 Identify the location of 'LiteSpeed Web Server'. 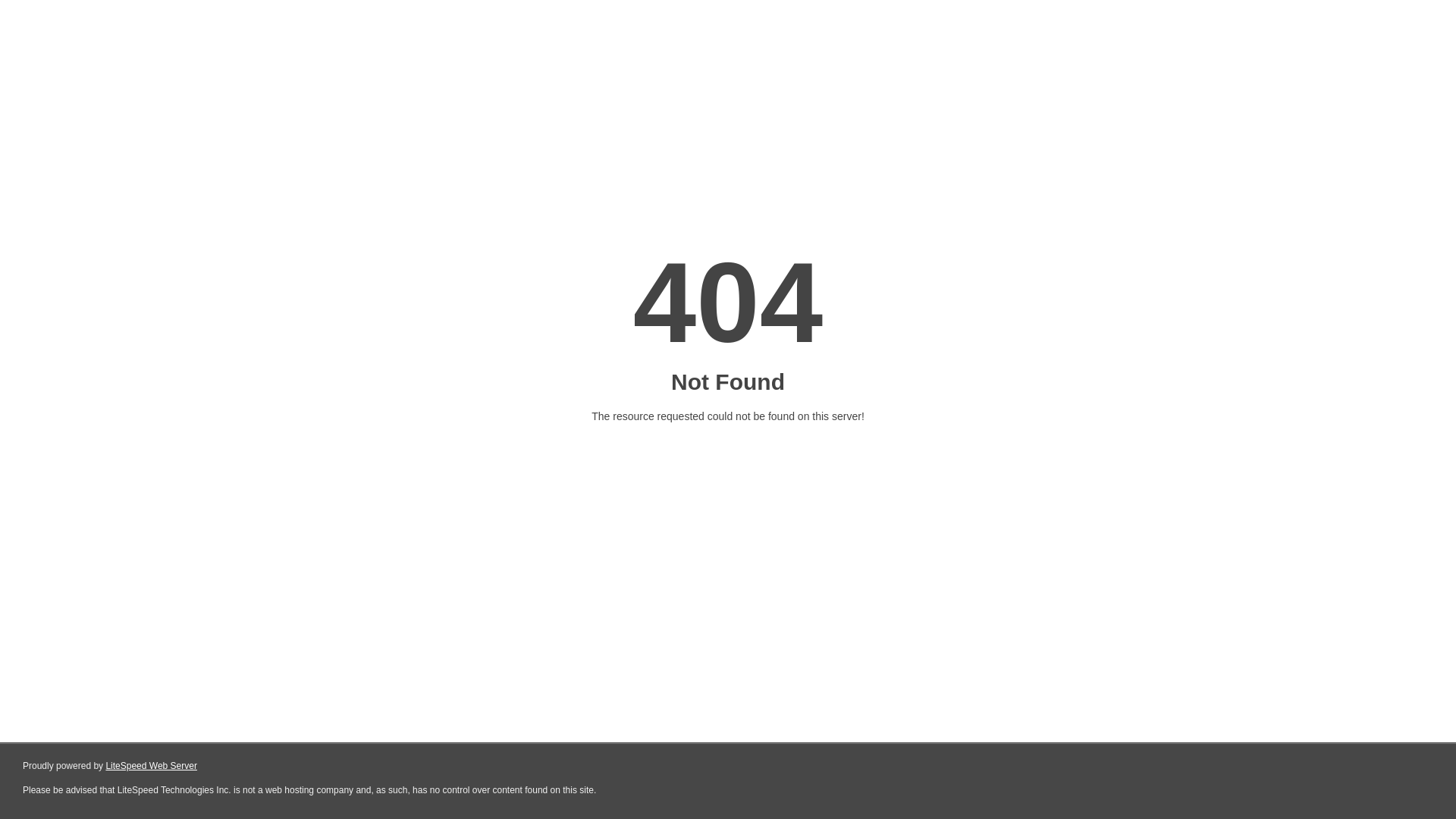
(151, 766).